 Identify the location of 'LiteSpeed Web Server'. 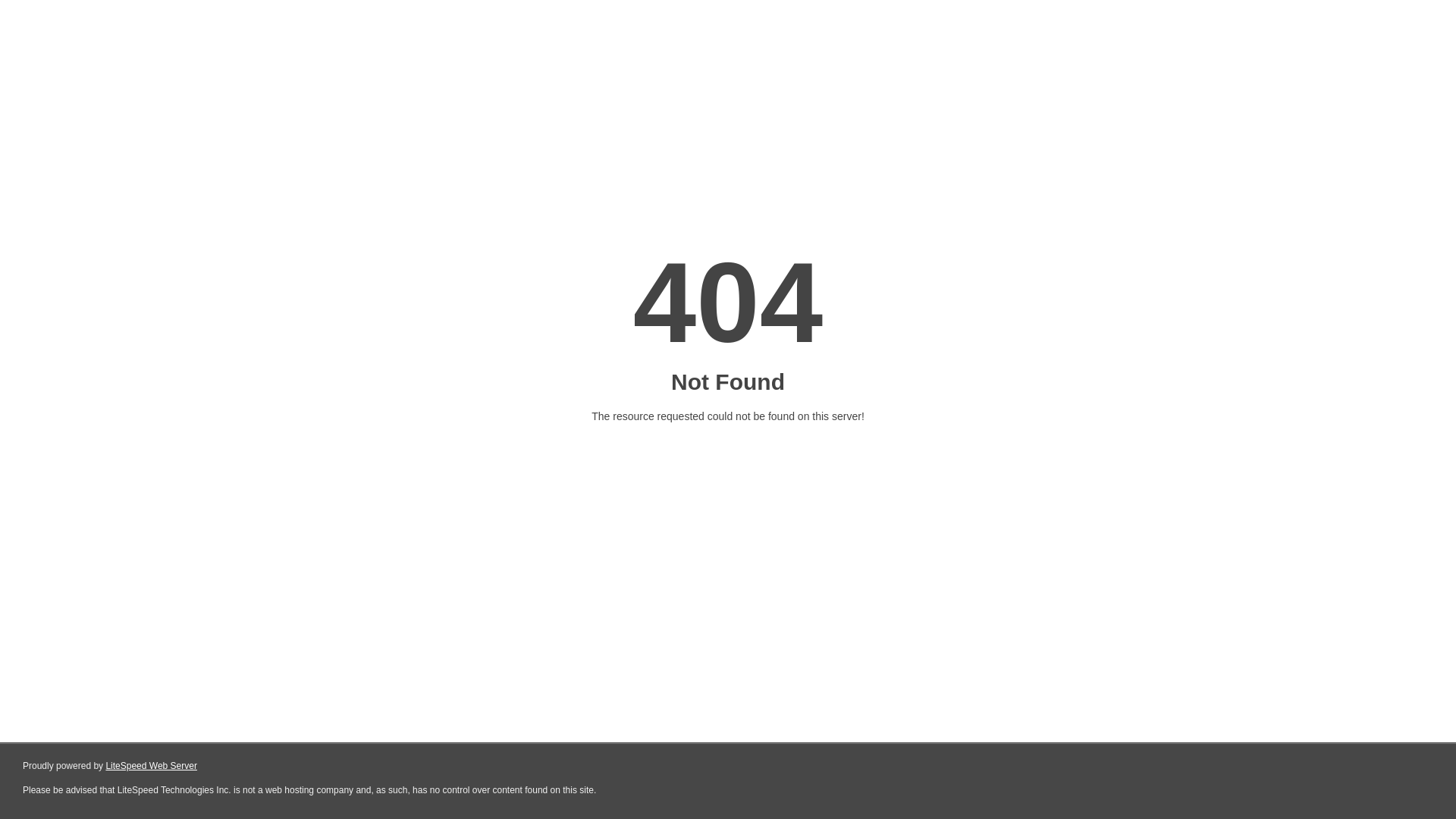
(151, 766).